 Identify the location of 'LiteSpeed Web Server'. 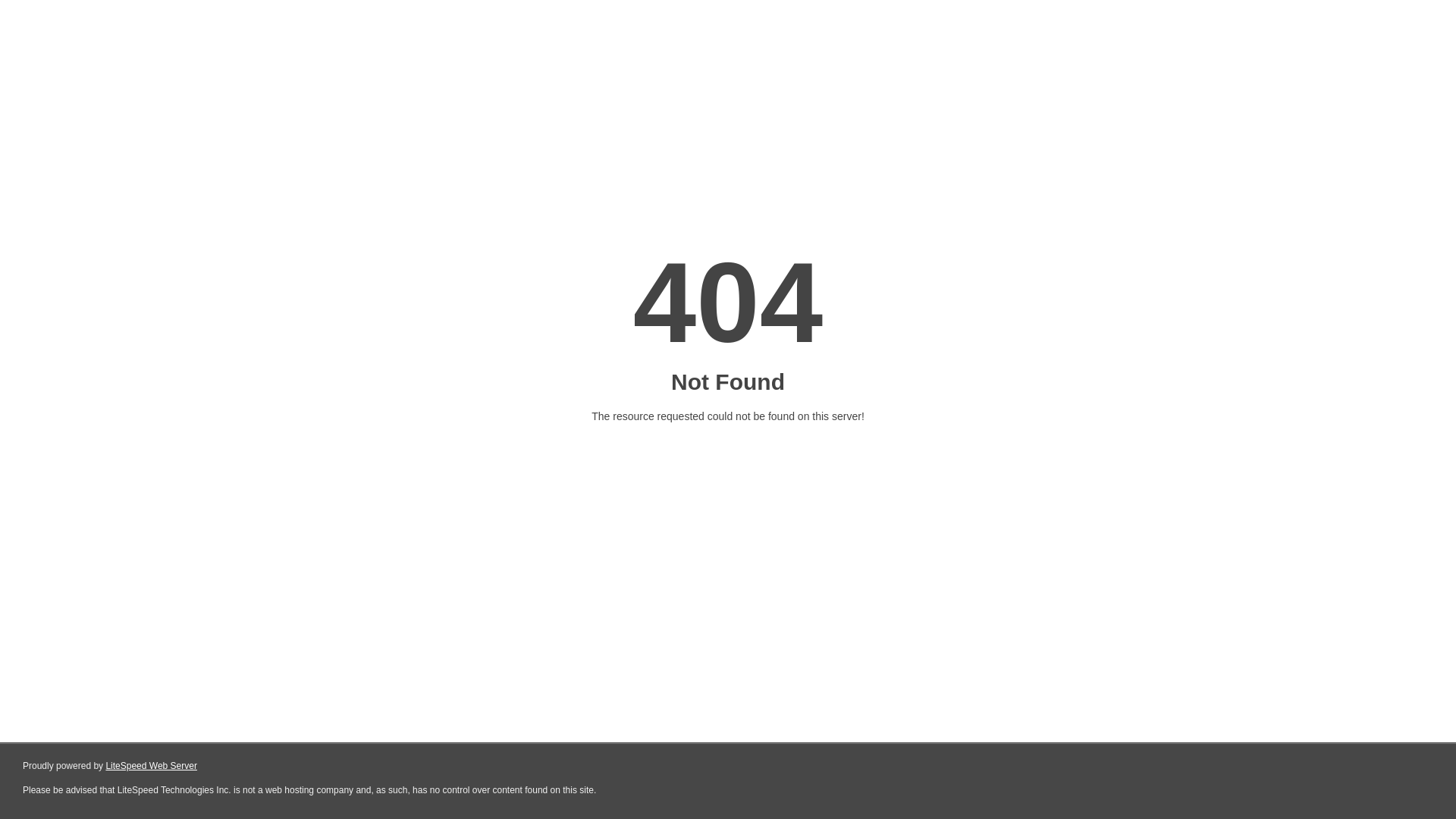
(151, 766).